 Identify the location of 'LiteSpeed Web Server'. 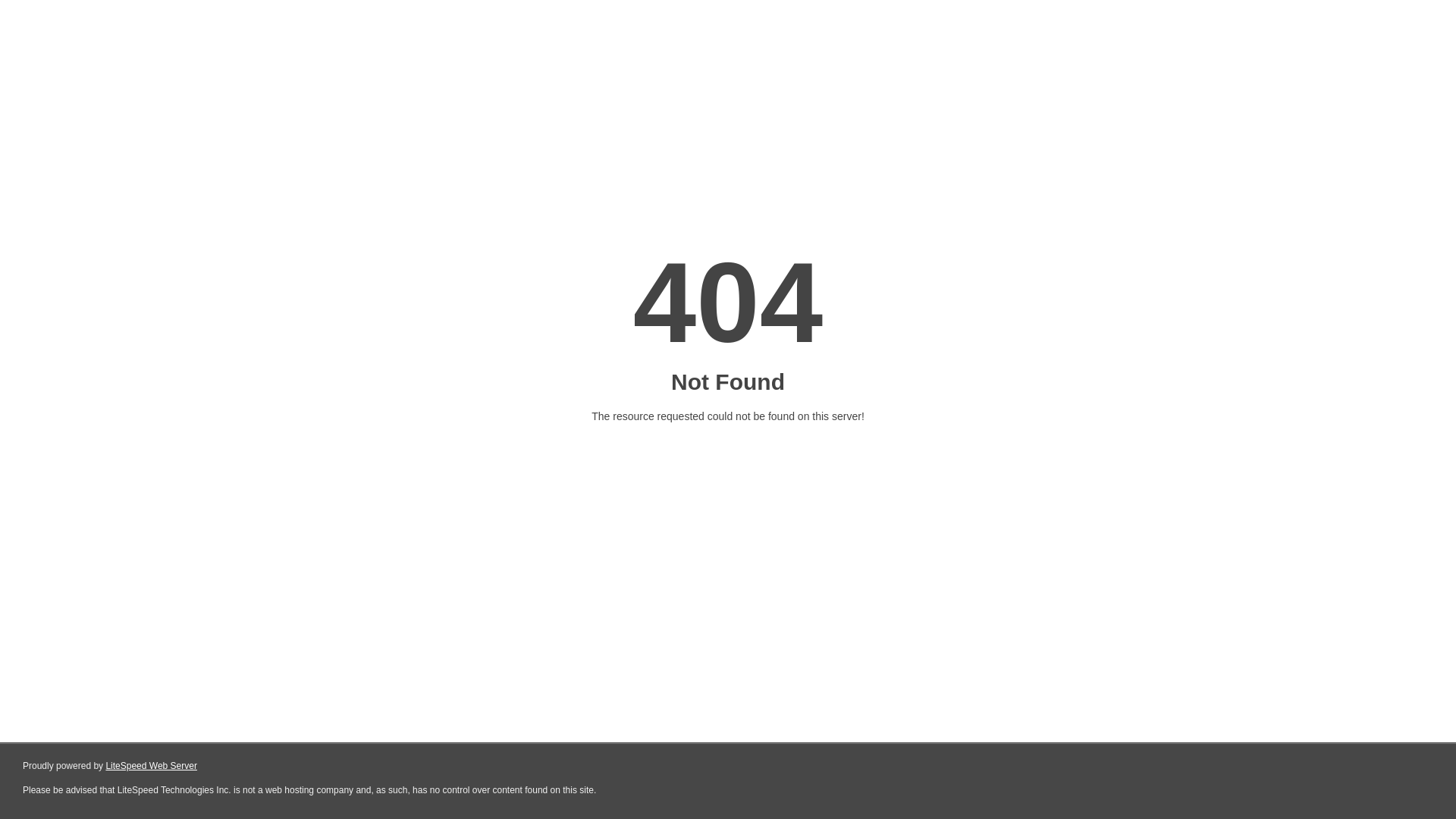
(151, 766).